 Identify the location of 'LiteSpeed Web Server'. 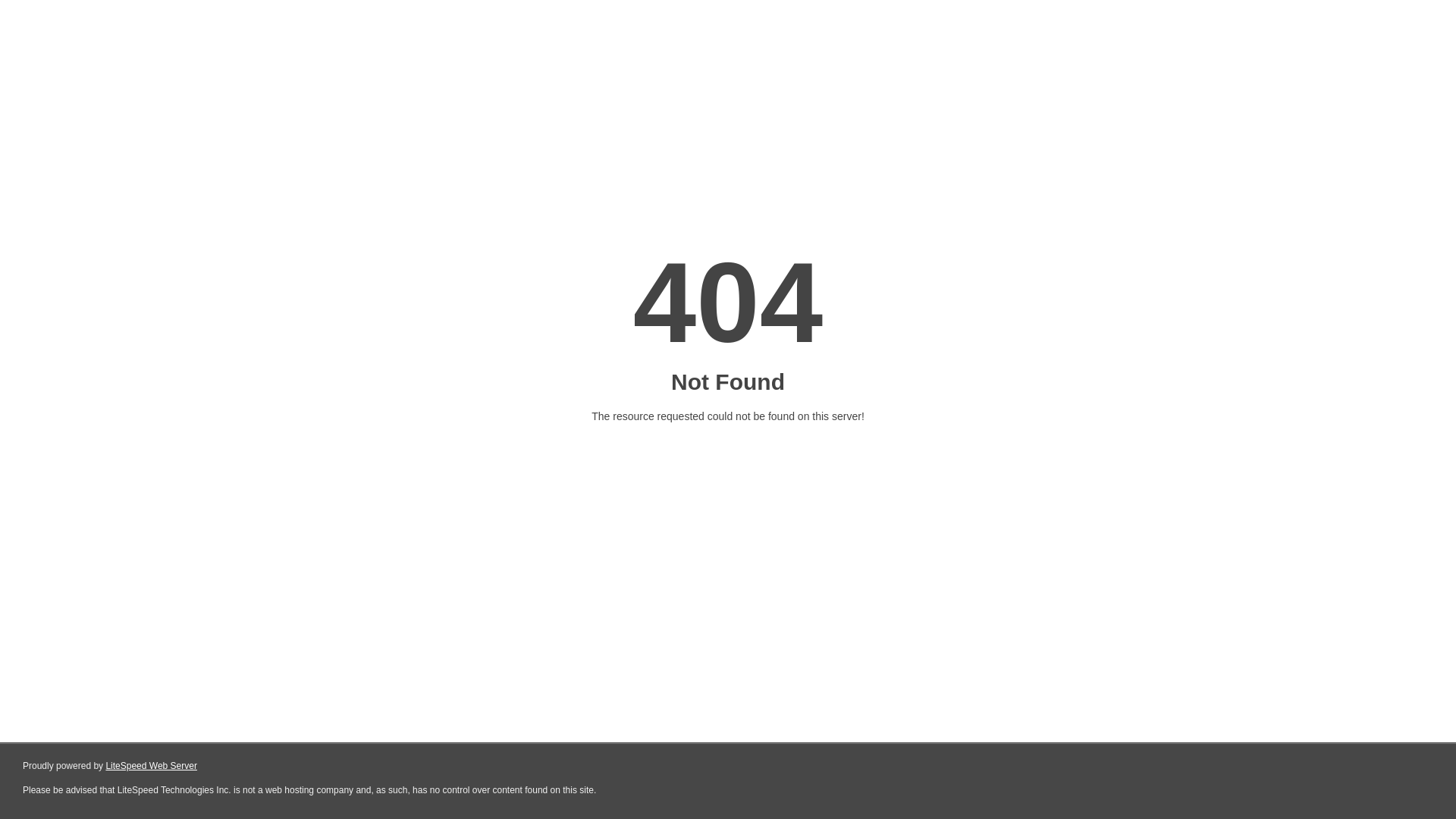
(151, 766).